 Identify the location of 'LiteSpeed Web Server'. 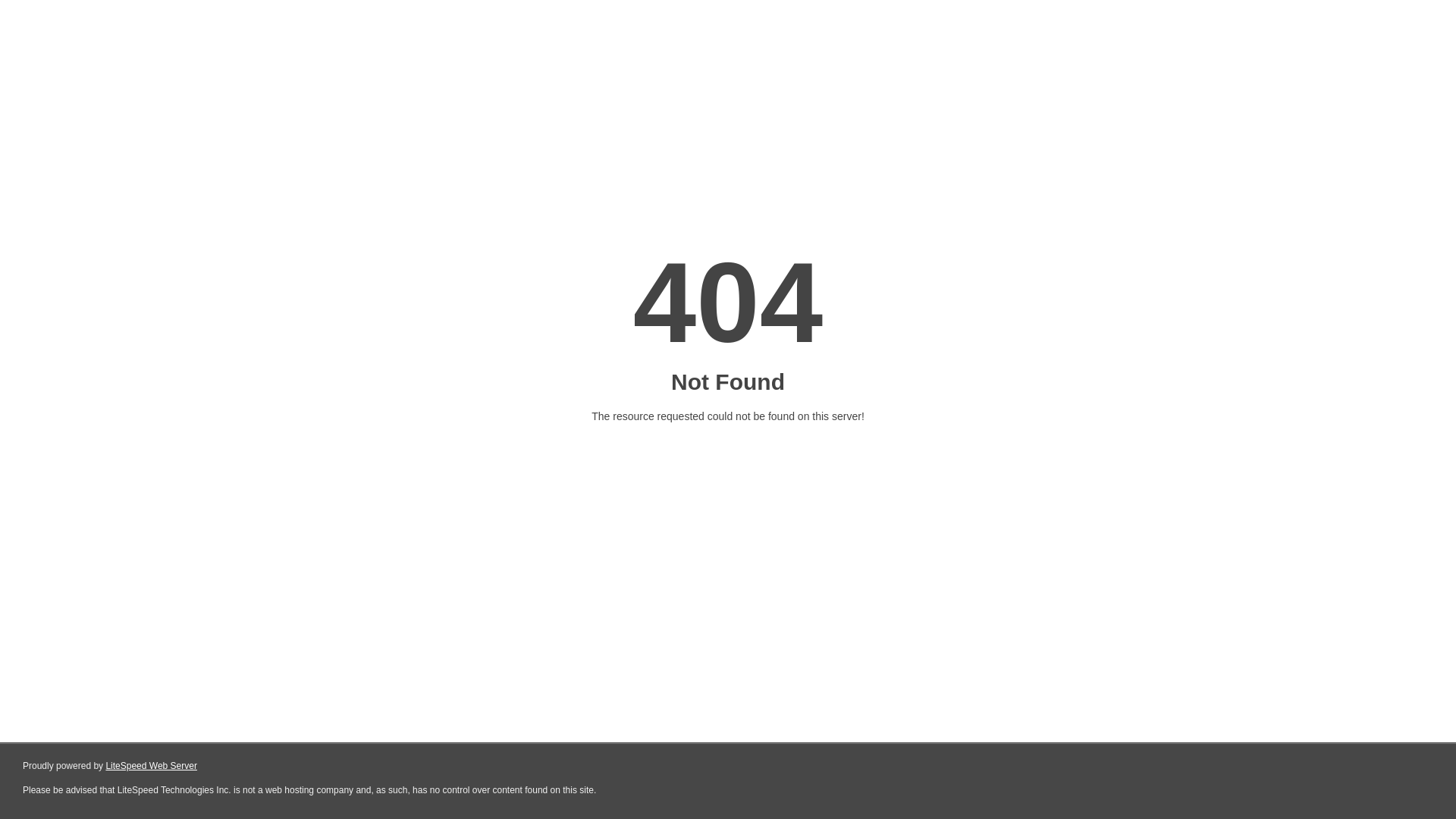
(151, 766).